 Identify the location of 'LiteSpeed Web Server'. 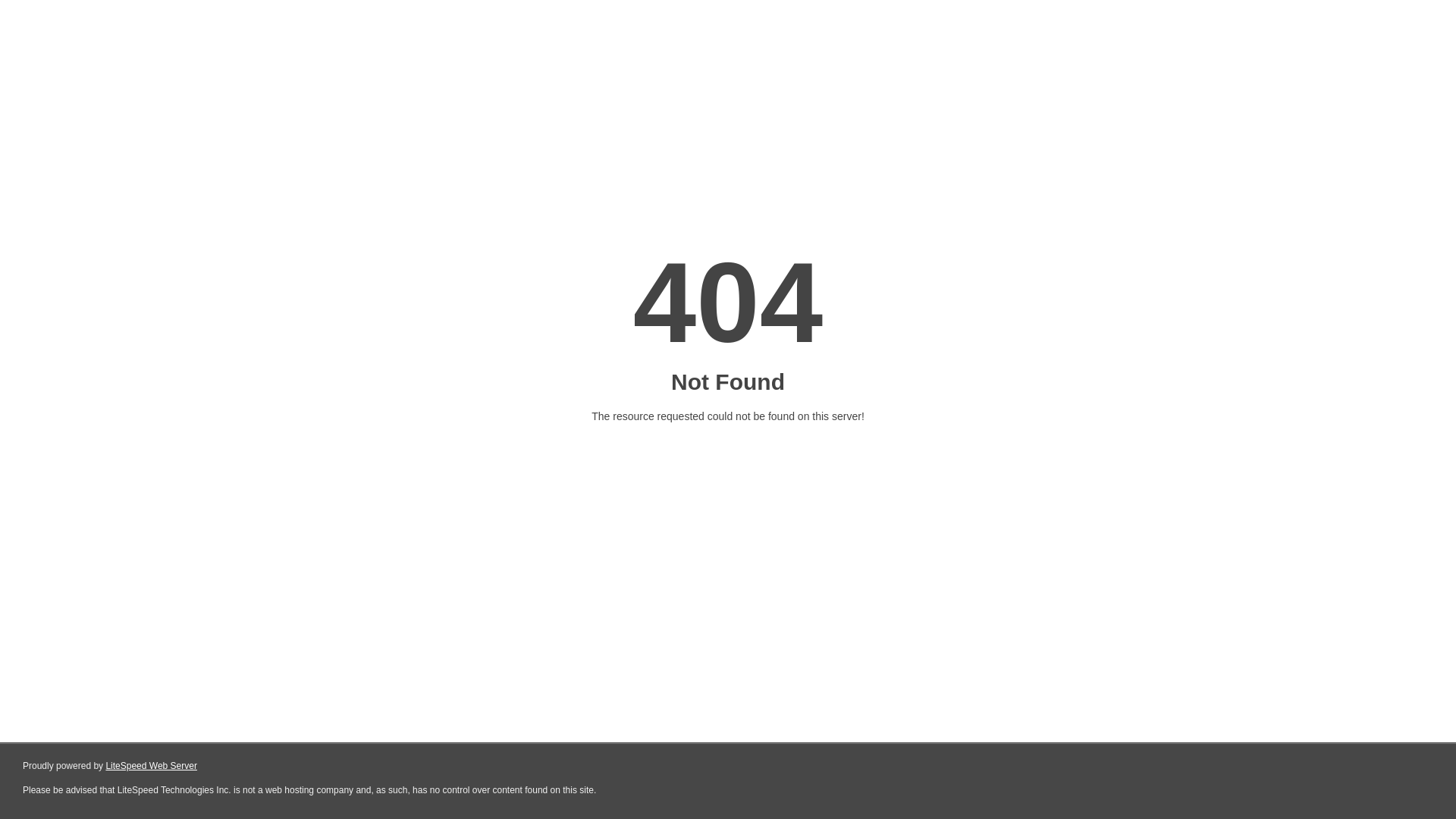
(151, 766).